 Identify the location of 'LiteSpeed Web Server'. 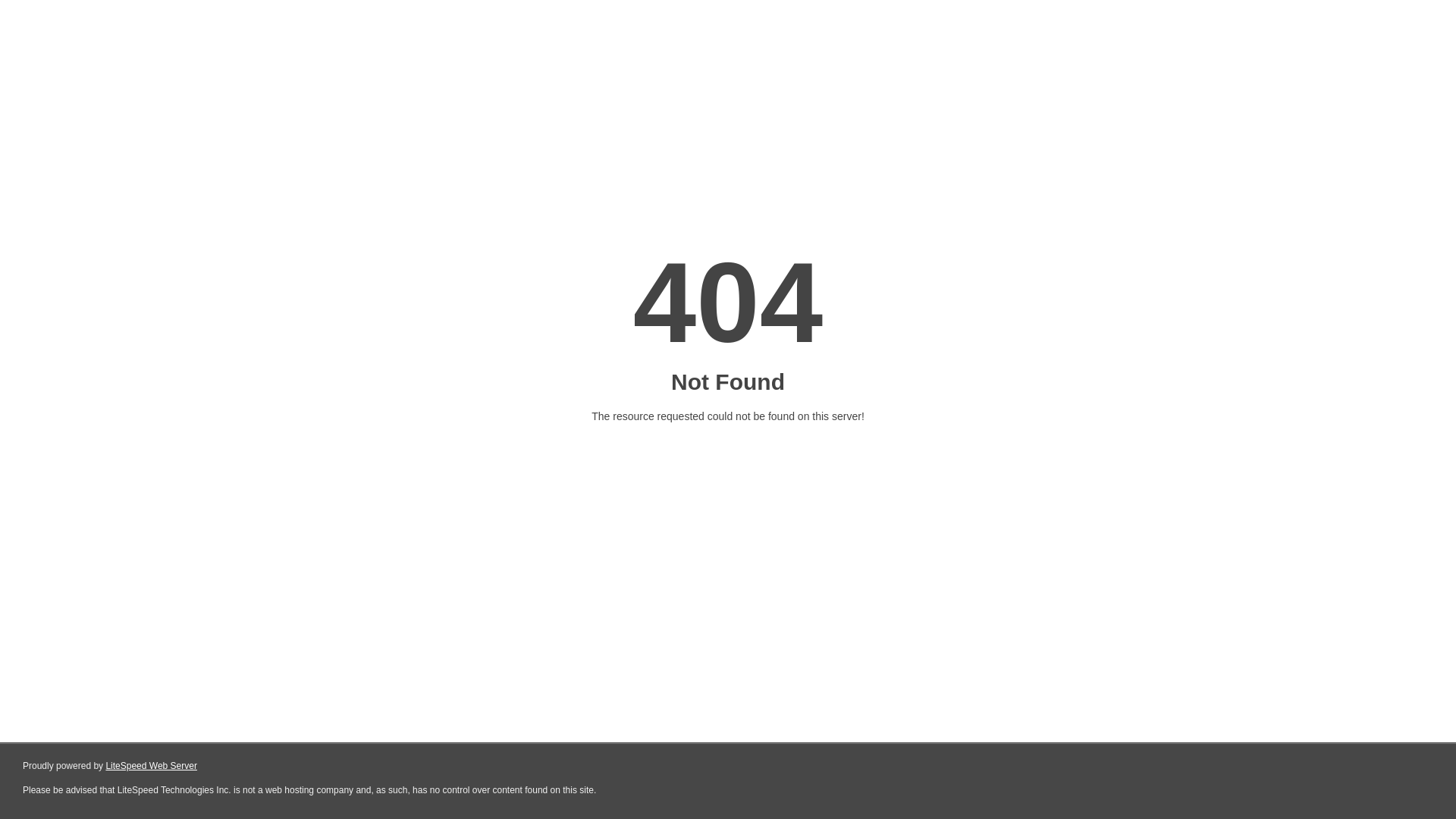
(151, 766).